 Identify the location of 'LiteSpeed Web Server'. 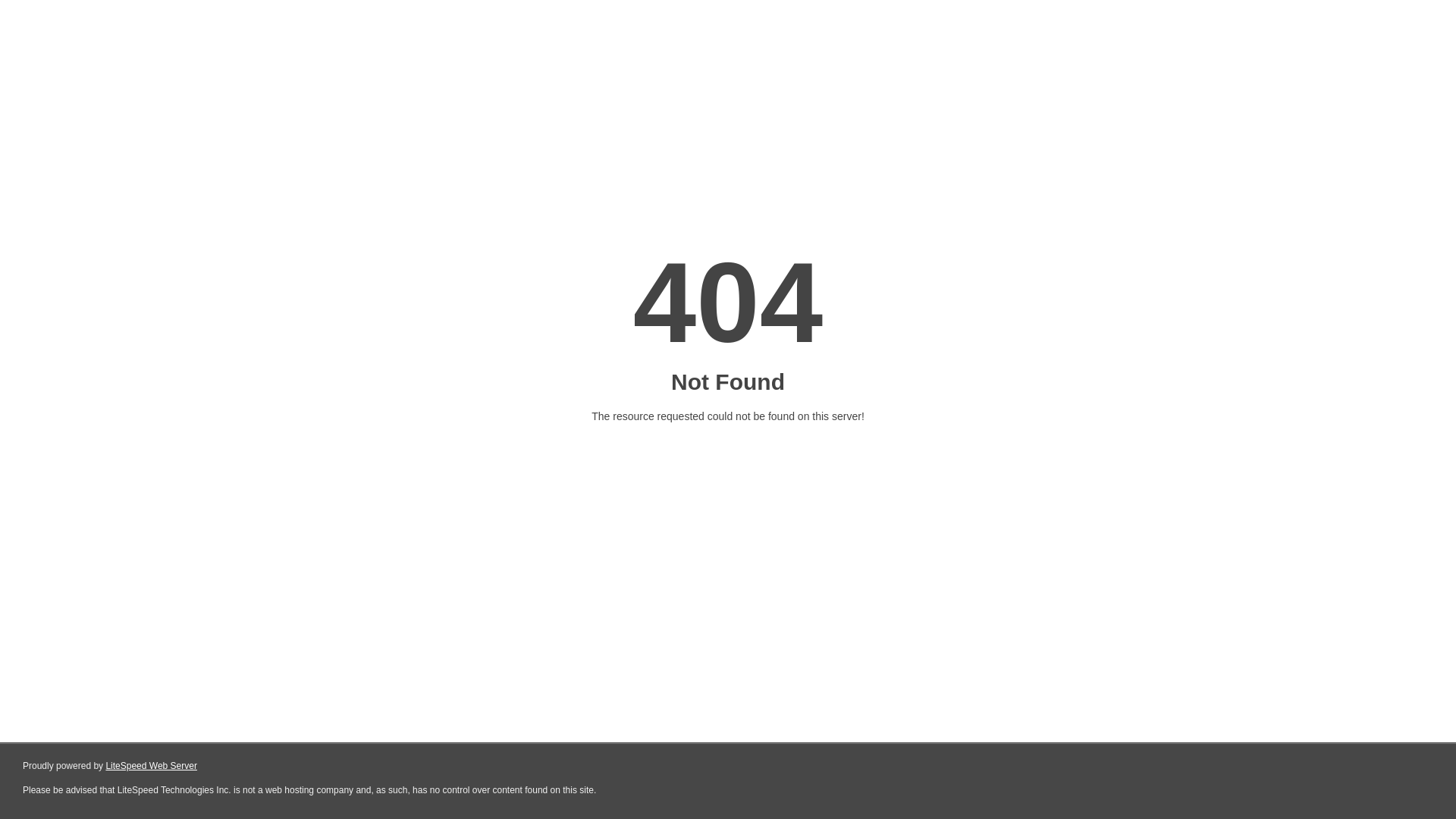
(151, 766).